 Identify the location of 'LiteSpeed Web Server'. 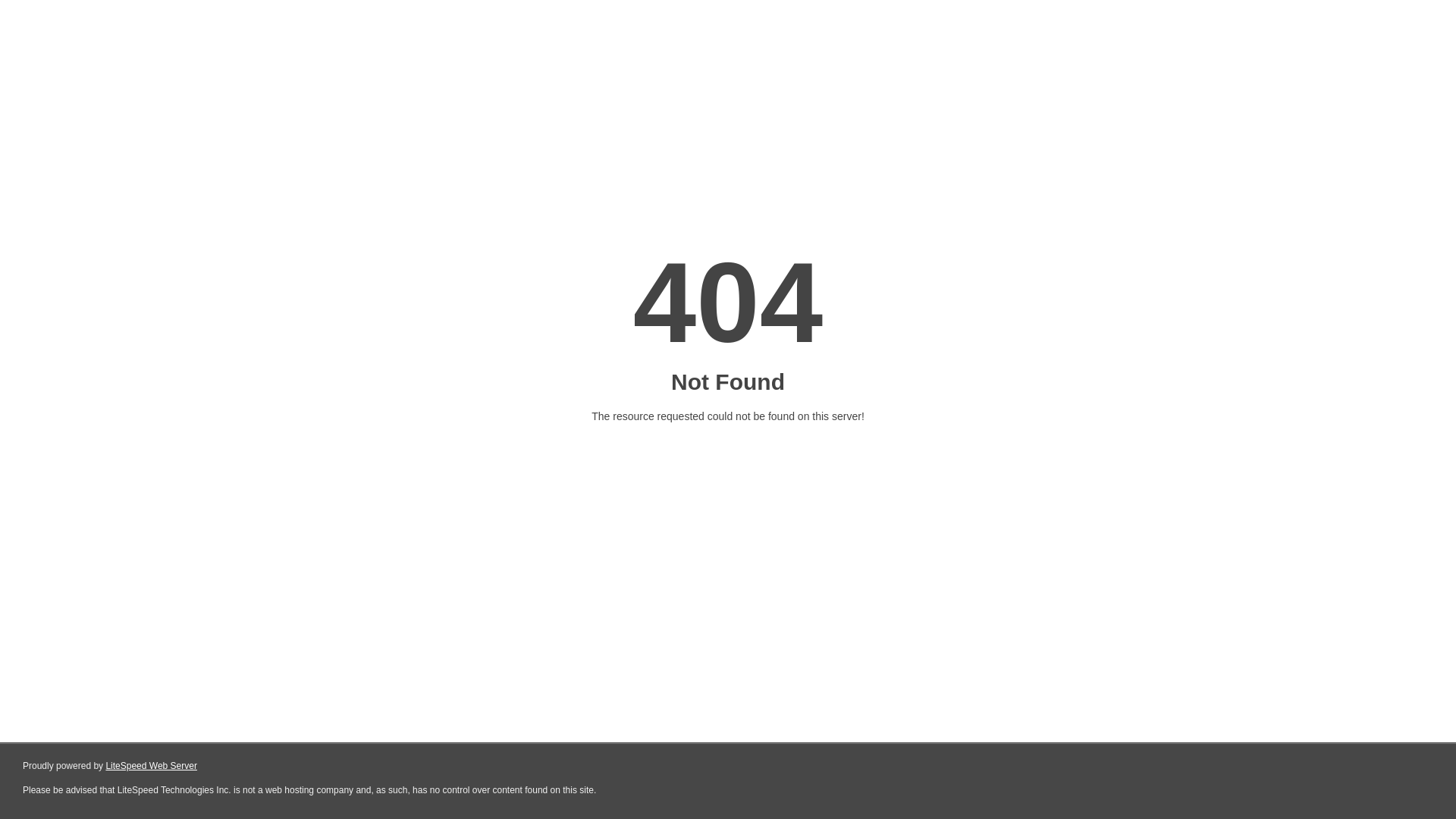
(151, 766).